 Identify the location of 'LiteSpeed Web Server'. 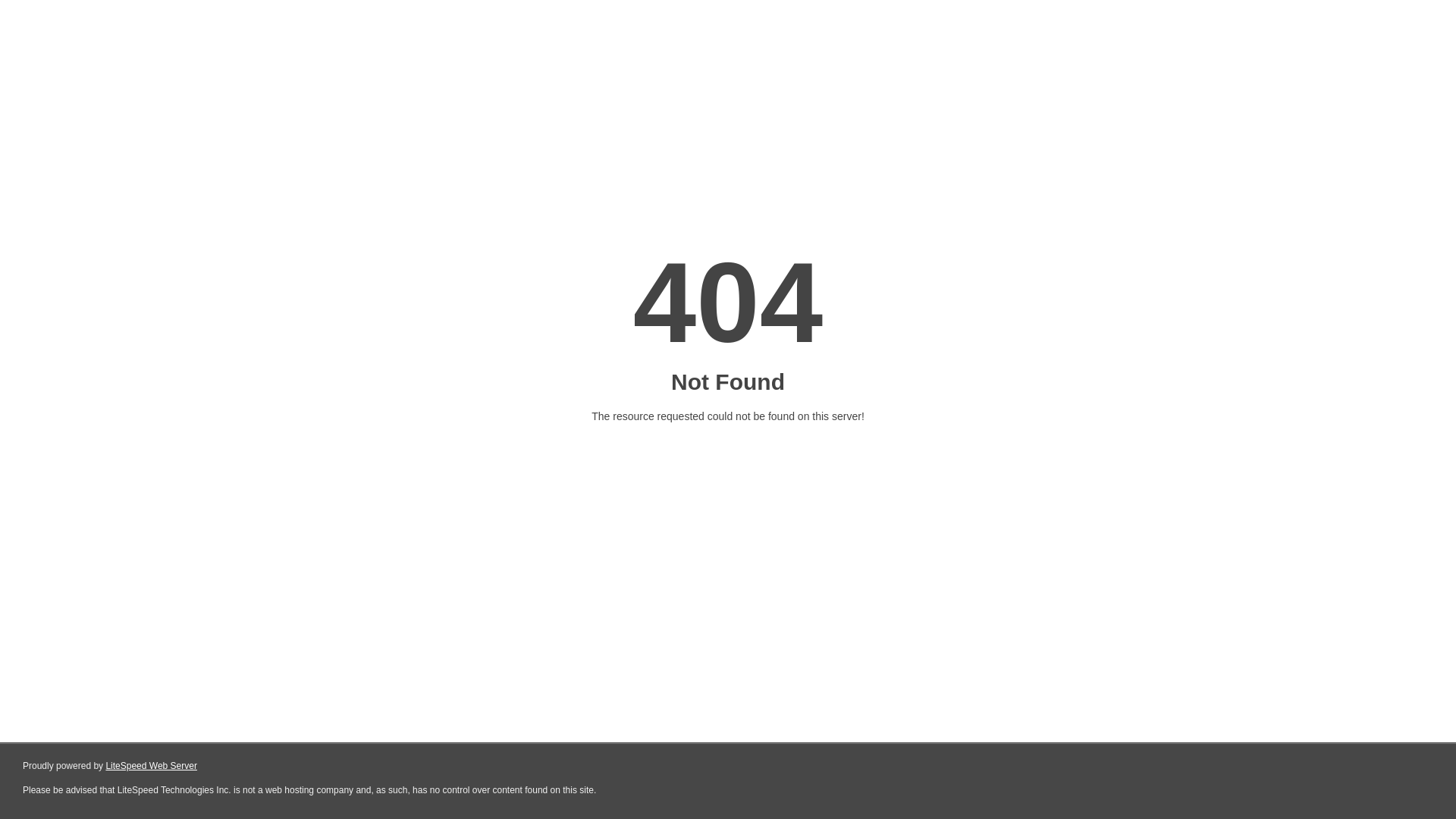
(151, 766).